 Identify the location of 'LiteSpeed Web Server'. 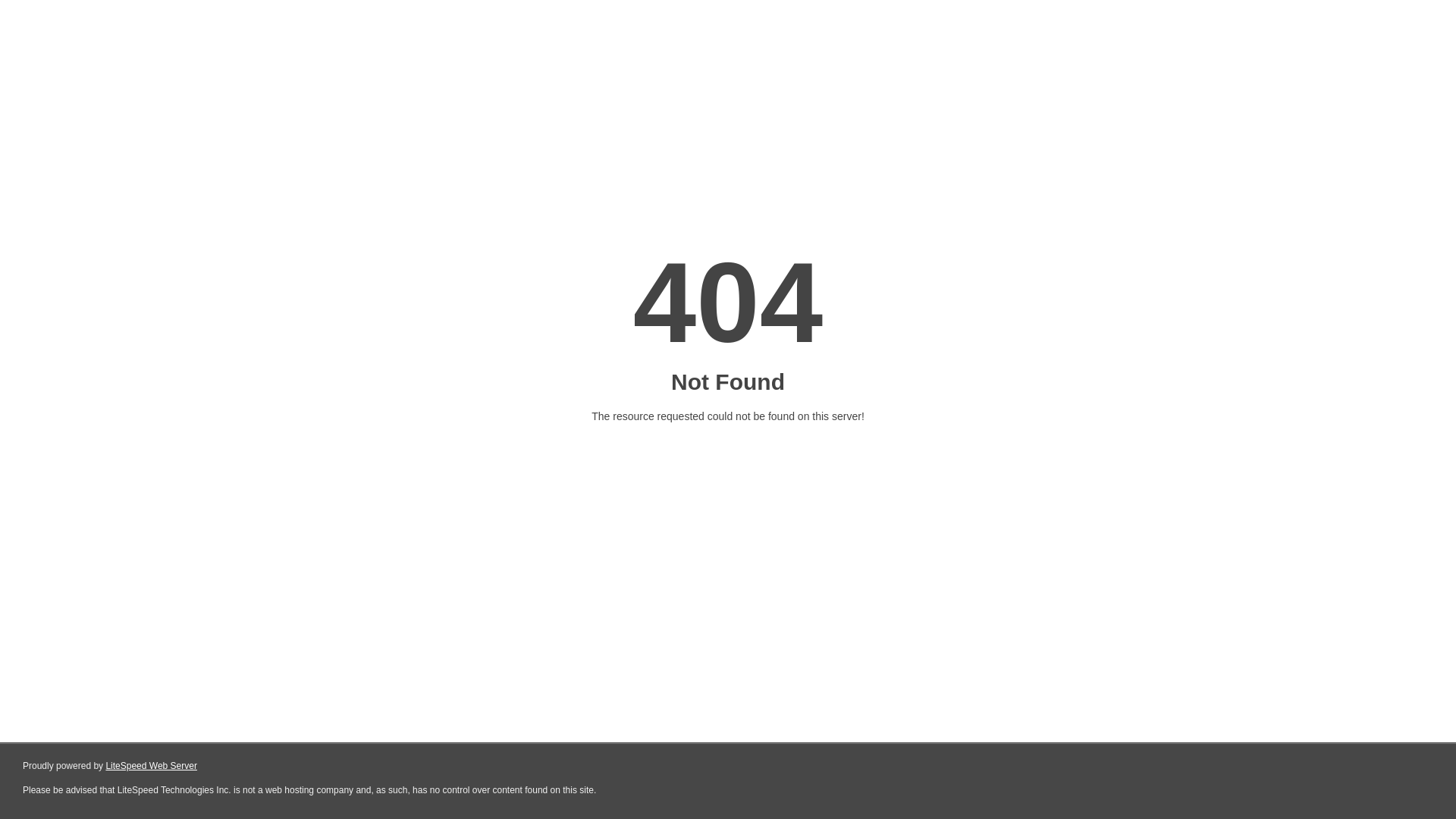
(151, 766).